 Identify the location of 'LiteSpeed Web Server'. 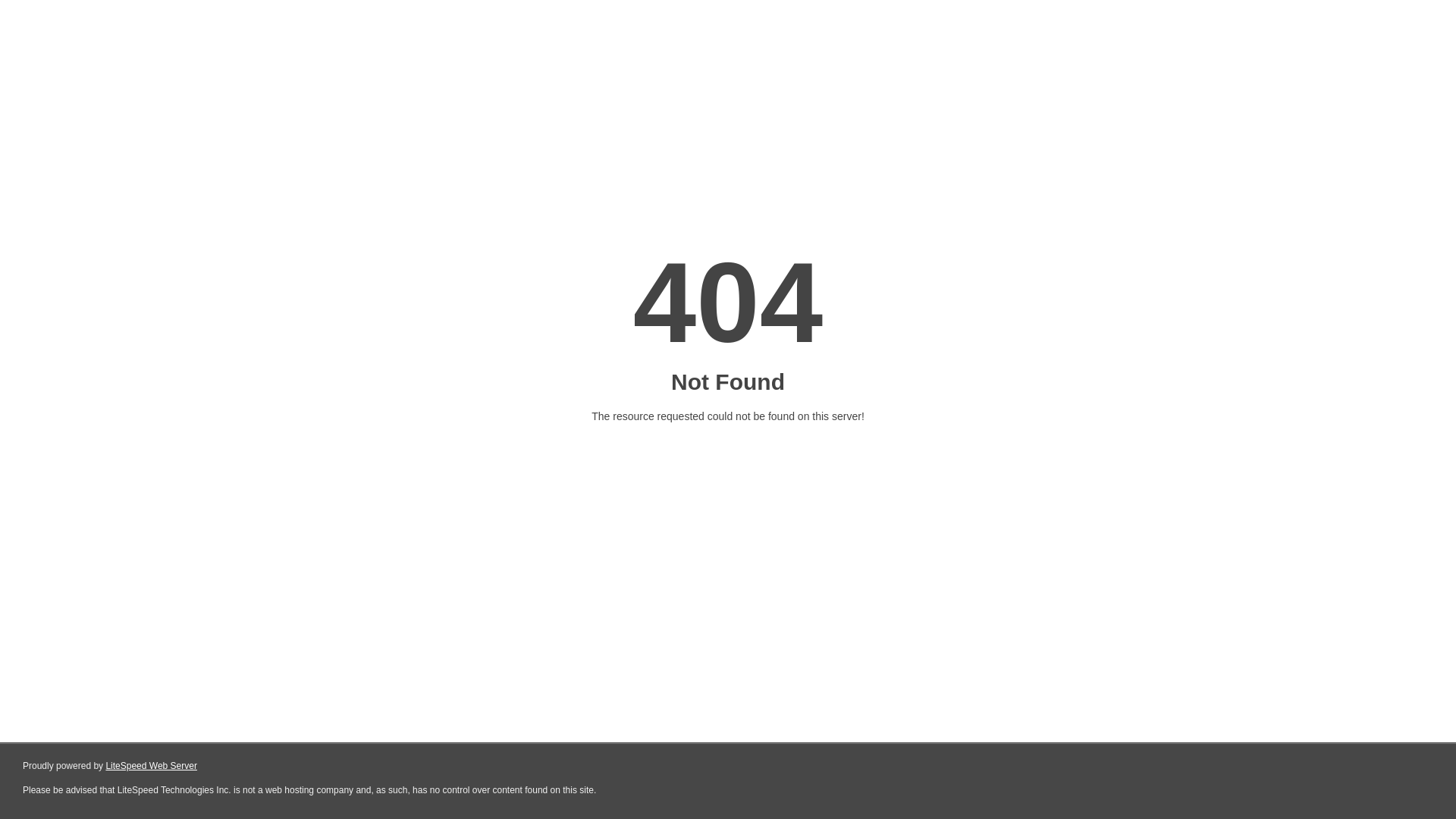
(151, 766).